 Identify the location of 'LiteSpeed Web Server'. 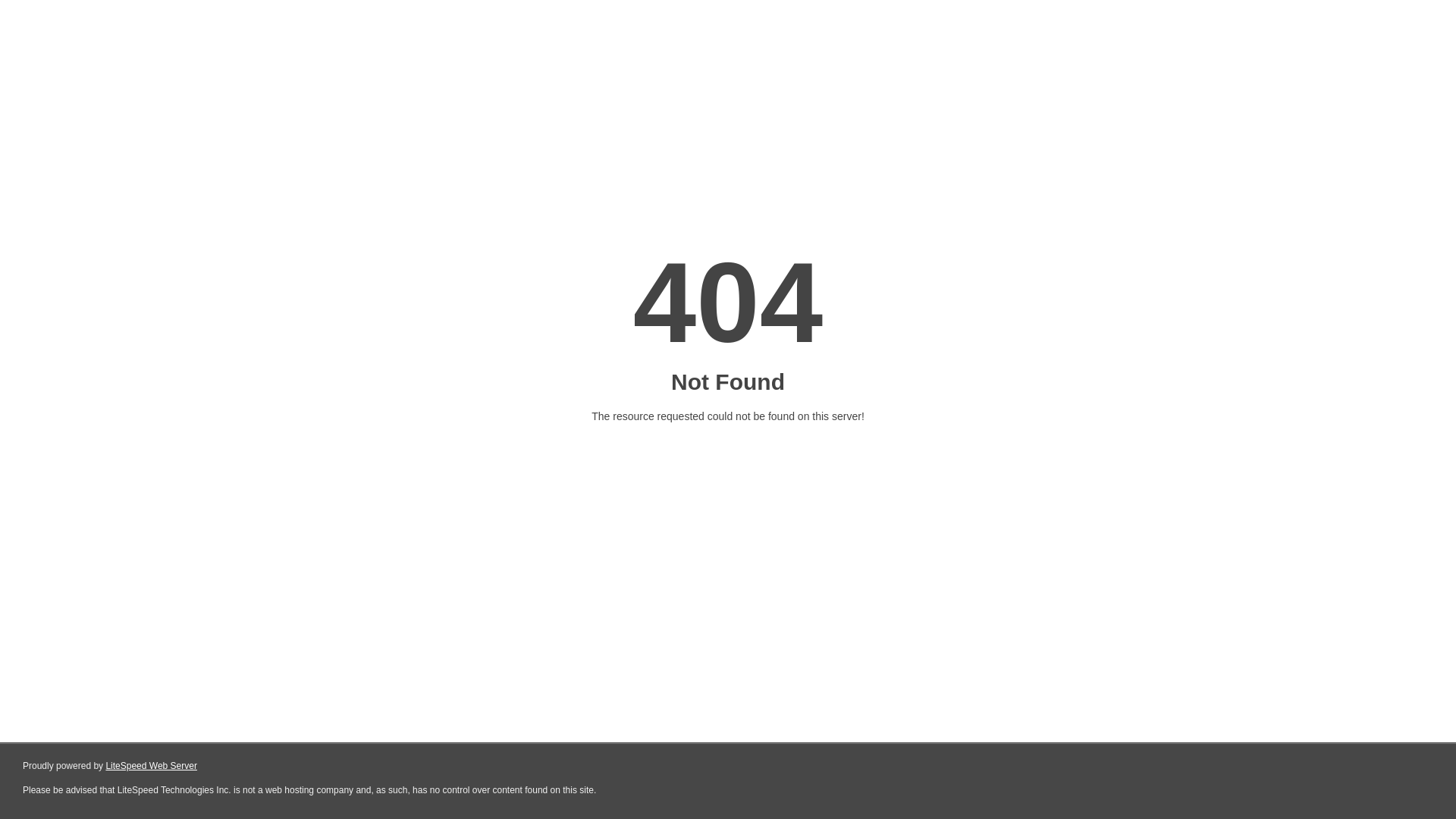
(151, 766).